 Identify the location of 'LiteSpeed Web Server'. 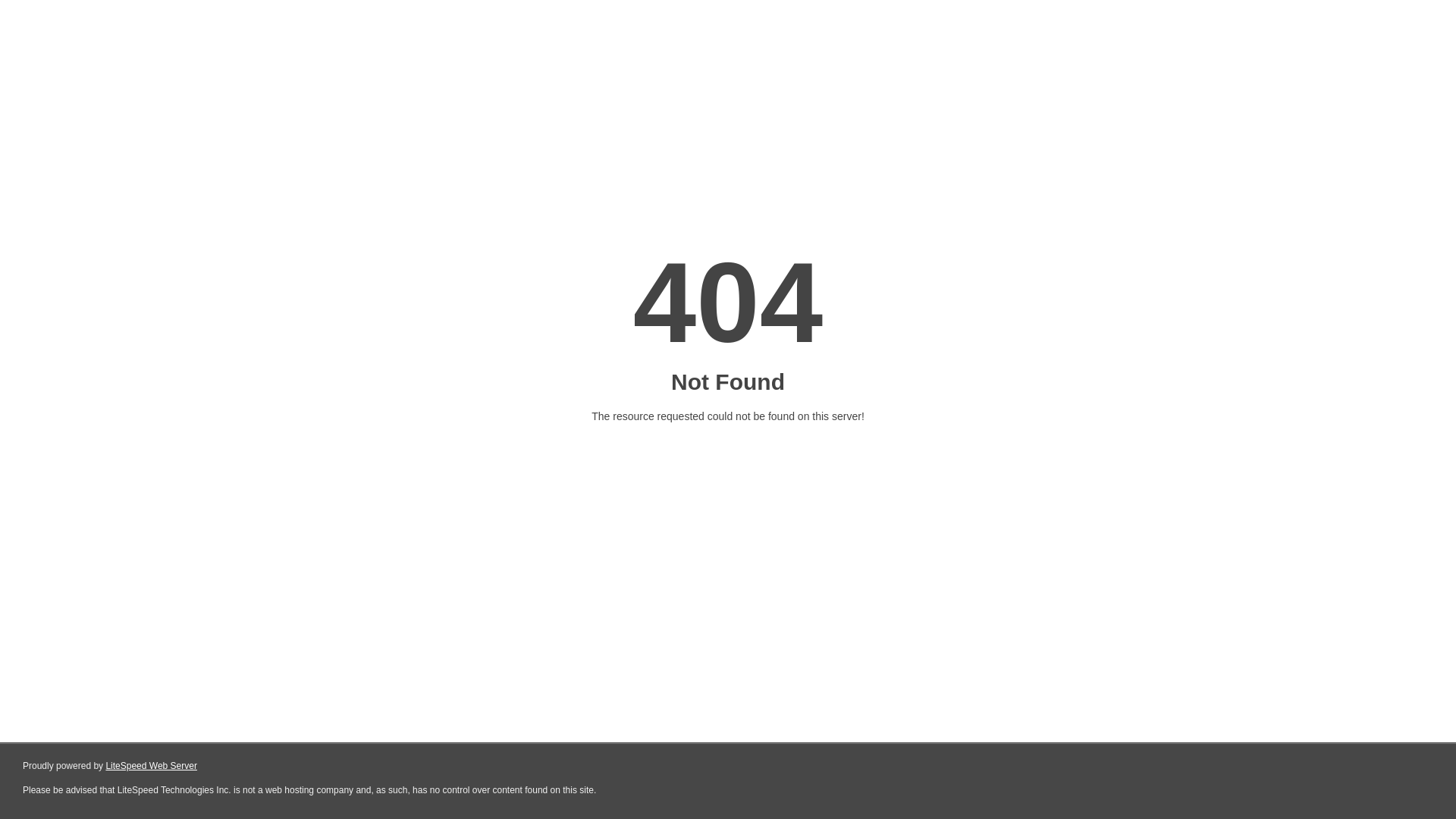
(151, 766).